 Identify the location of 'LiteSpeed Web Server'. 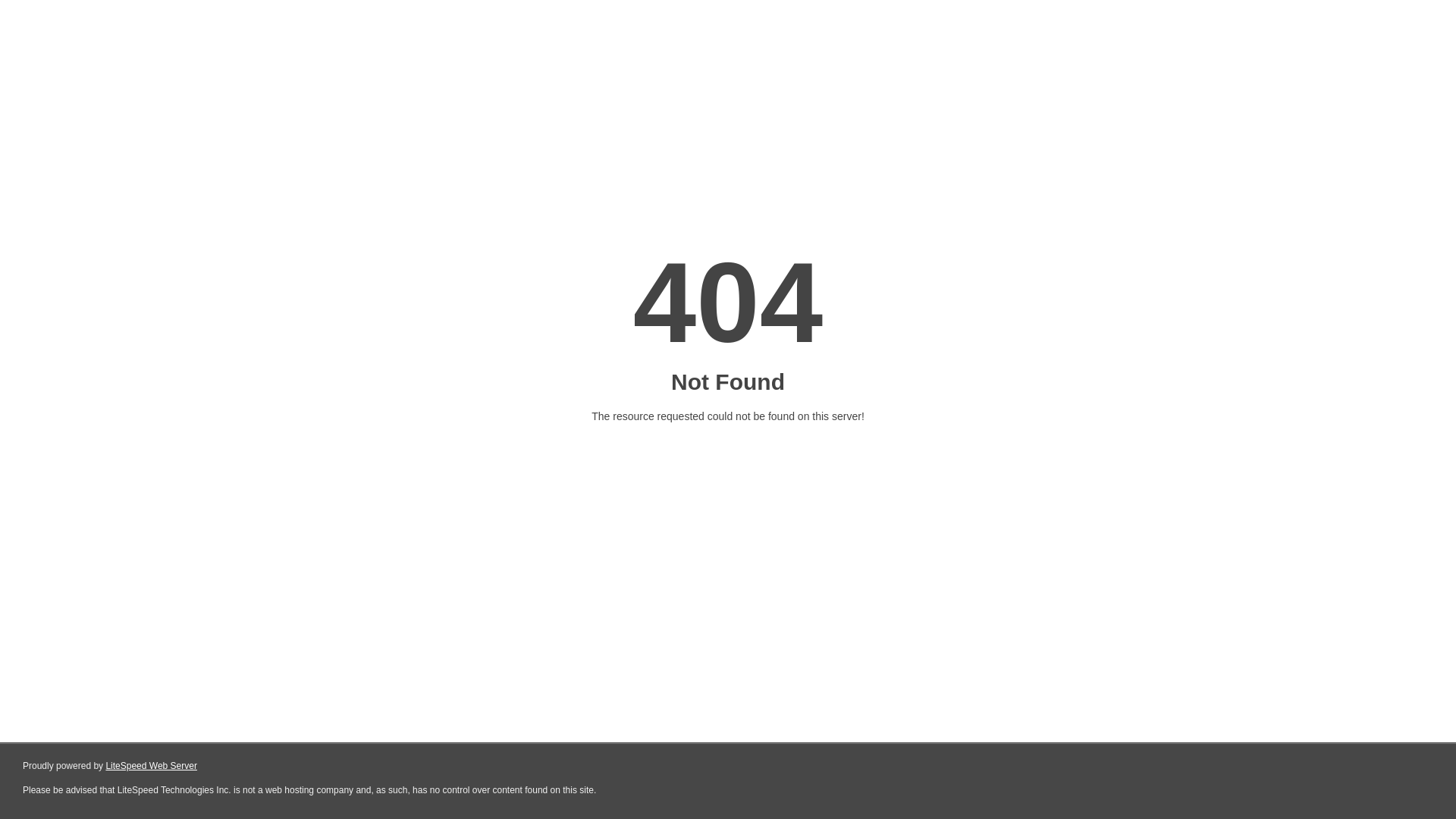
(151, 766).